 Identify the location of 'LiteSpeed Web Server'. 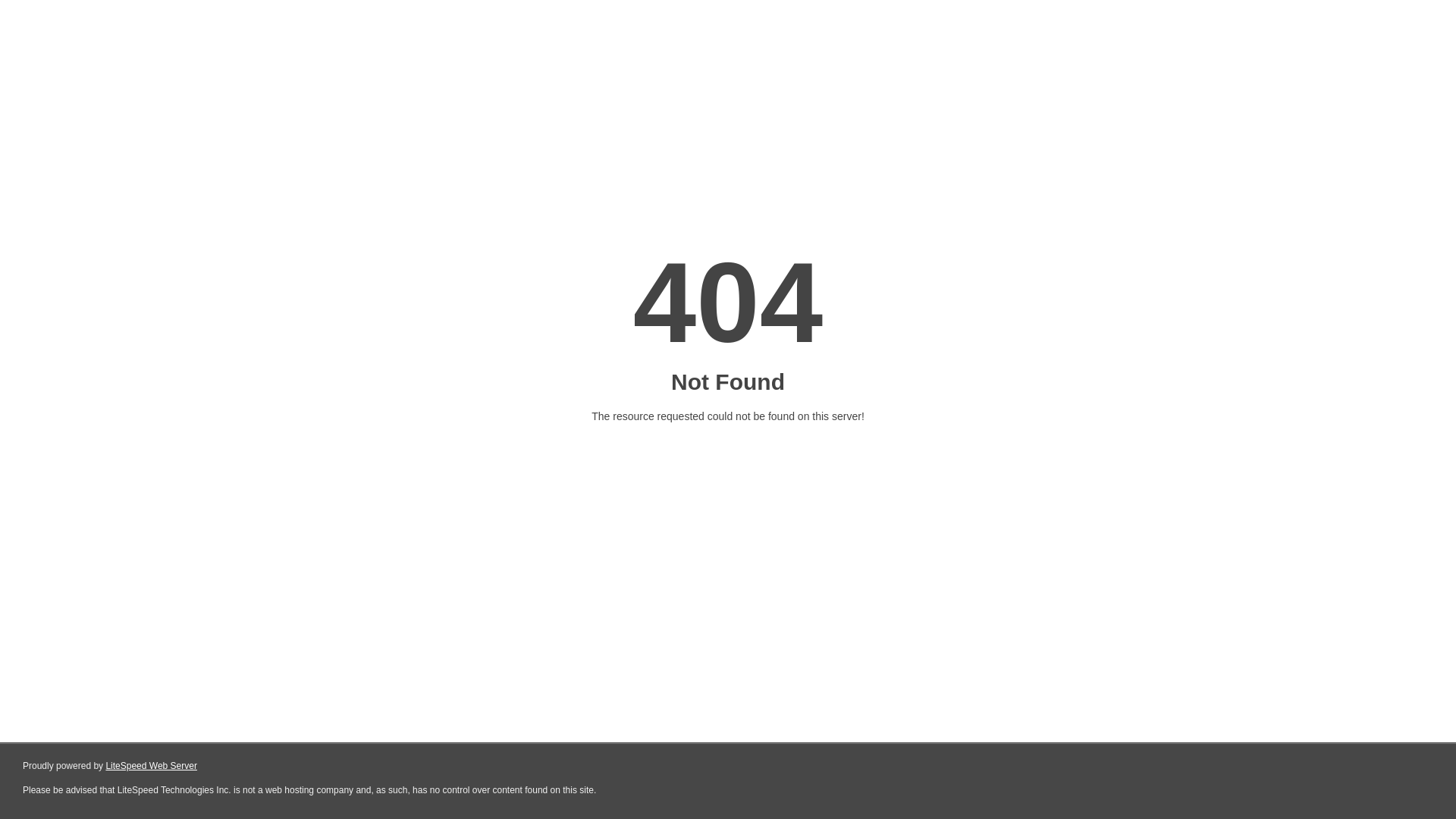
(151, 766).